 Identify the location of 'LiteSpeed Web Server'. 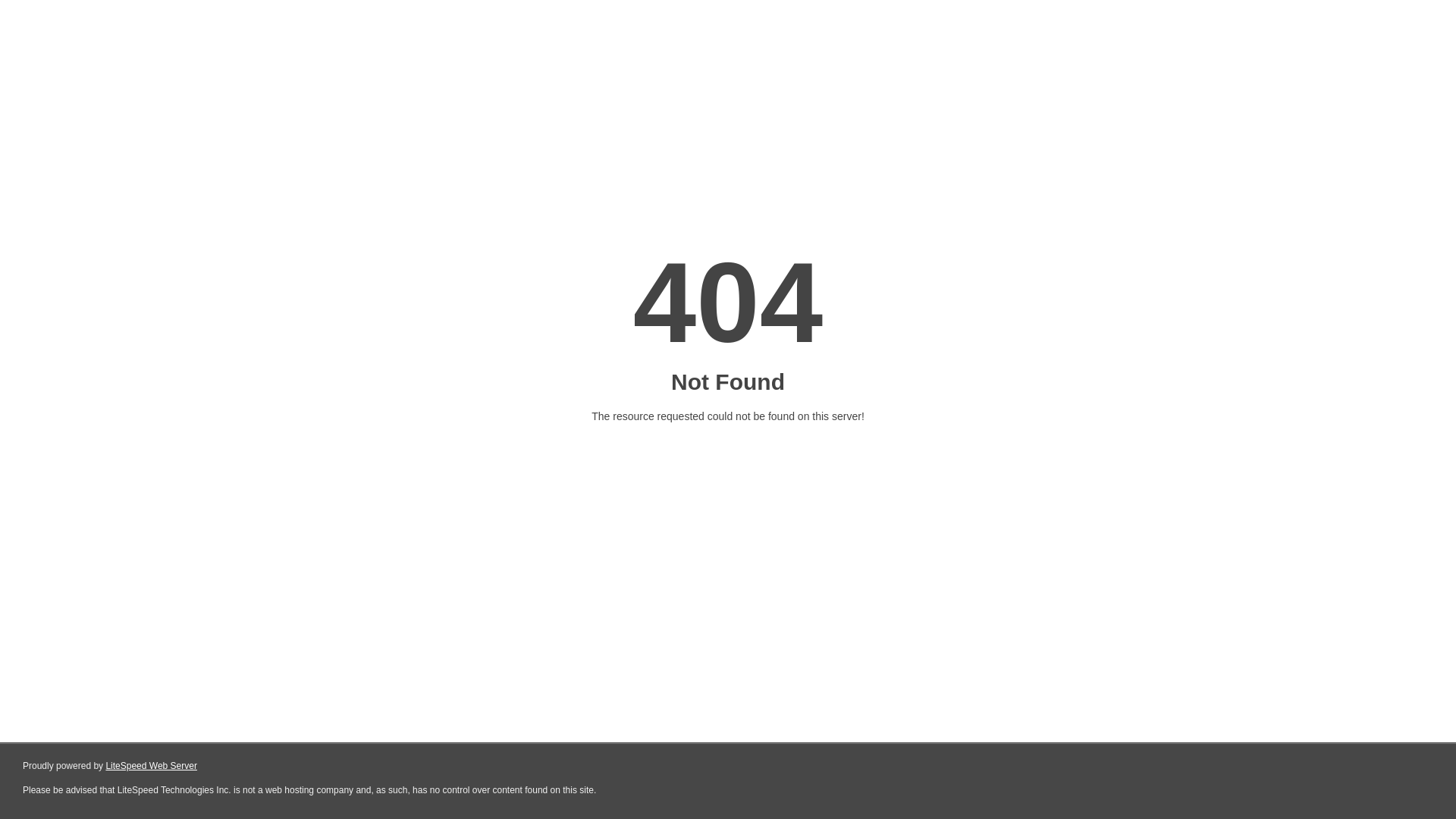
(151, 766).